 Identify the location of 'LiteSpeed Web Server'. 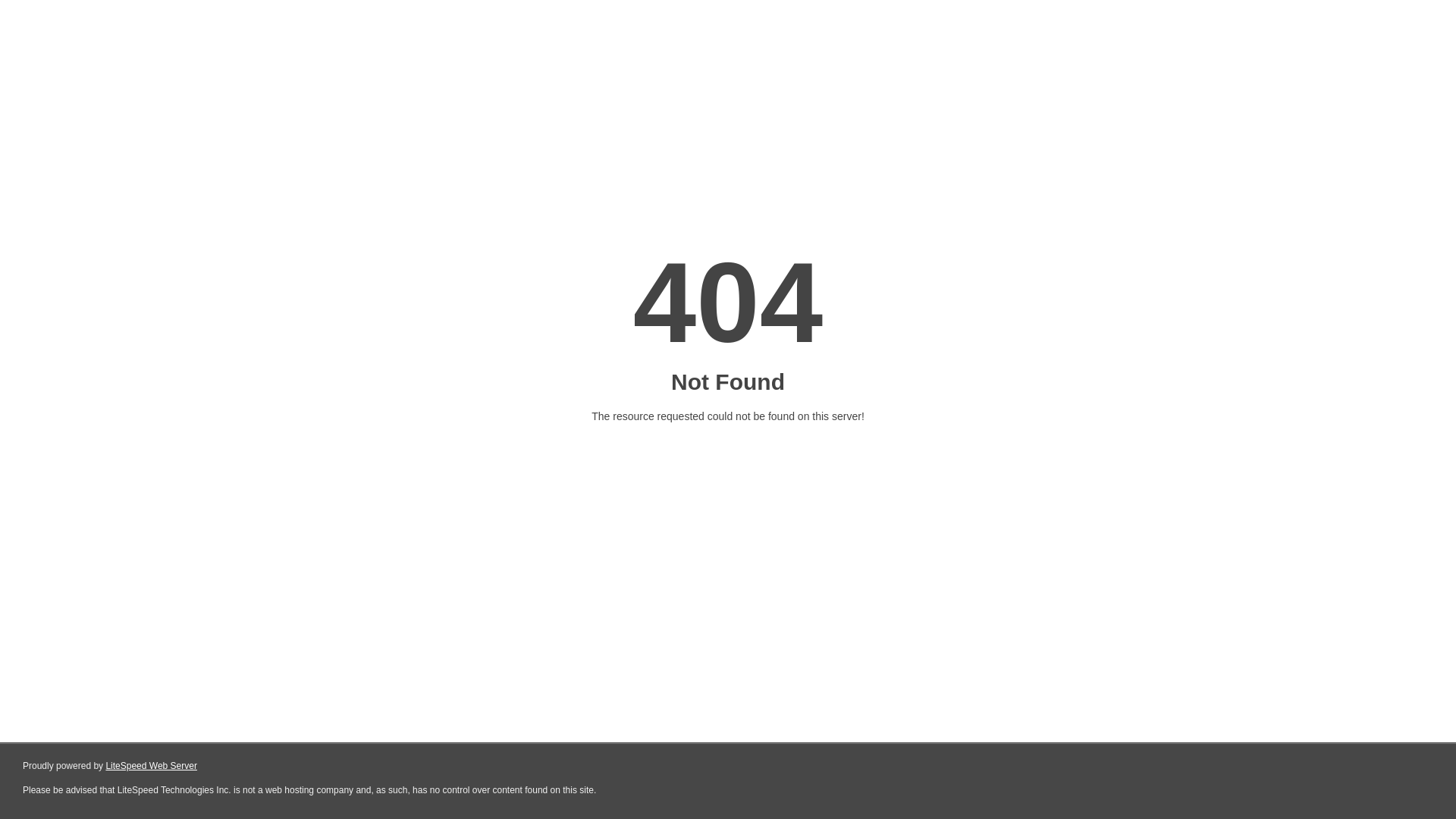
(151, 766).